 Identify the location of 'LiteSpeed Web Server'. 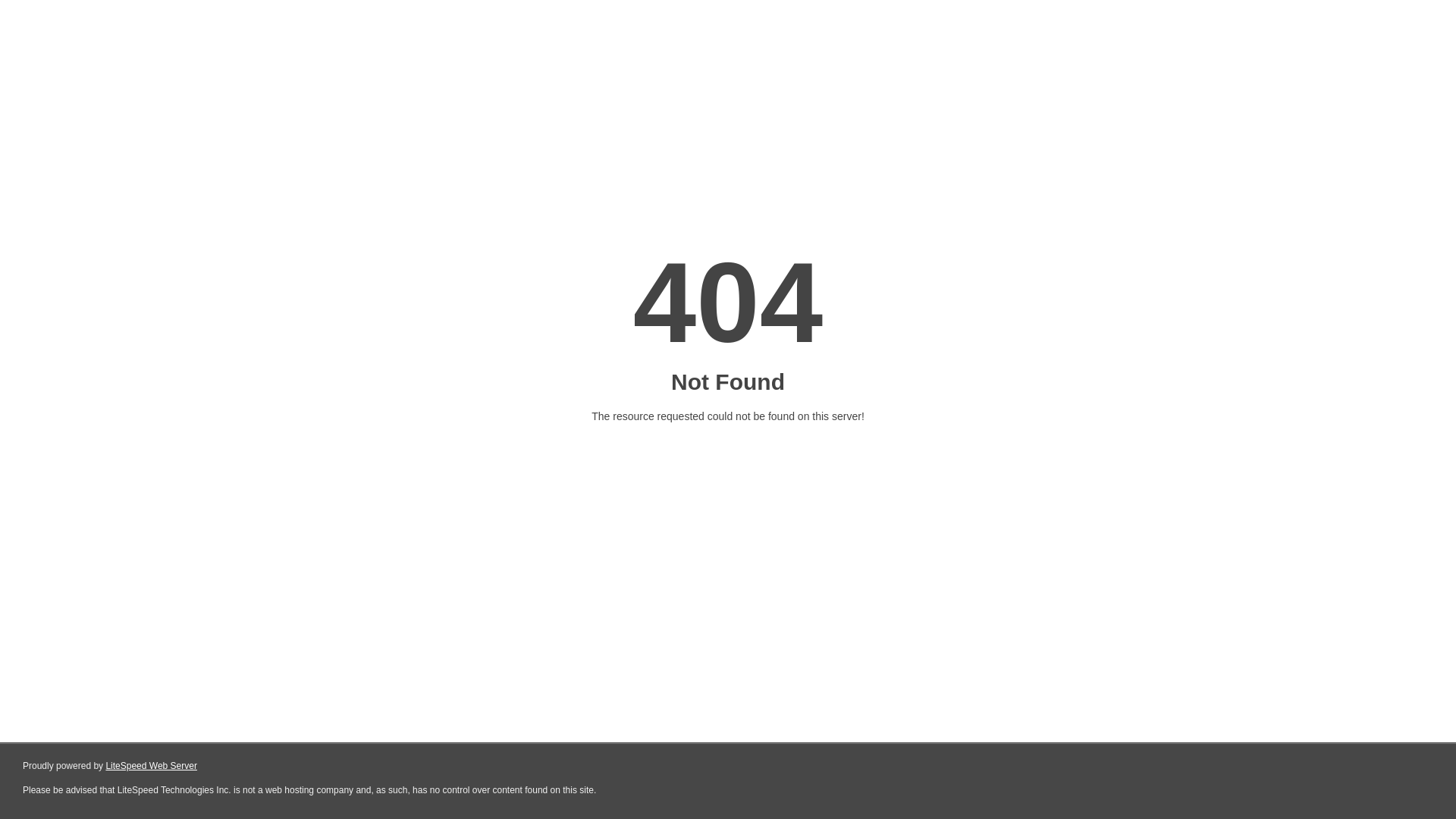
(151, 766).